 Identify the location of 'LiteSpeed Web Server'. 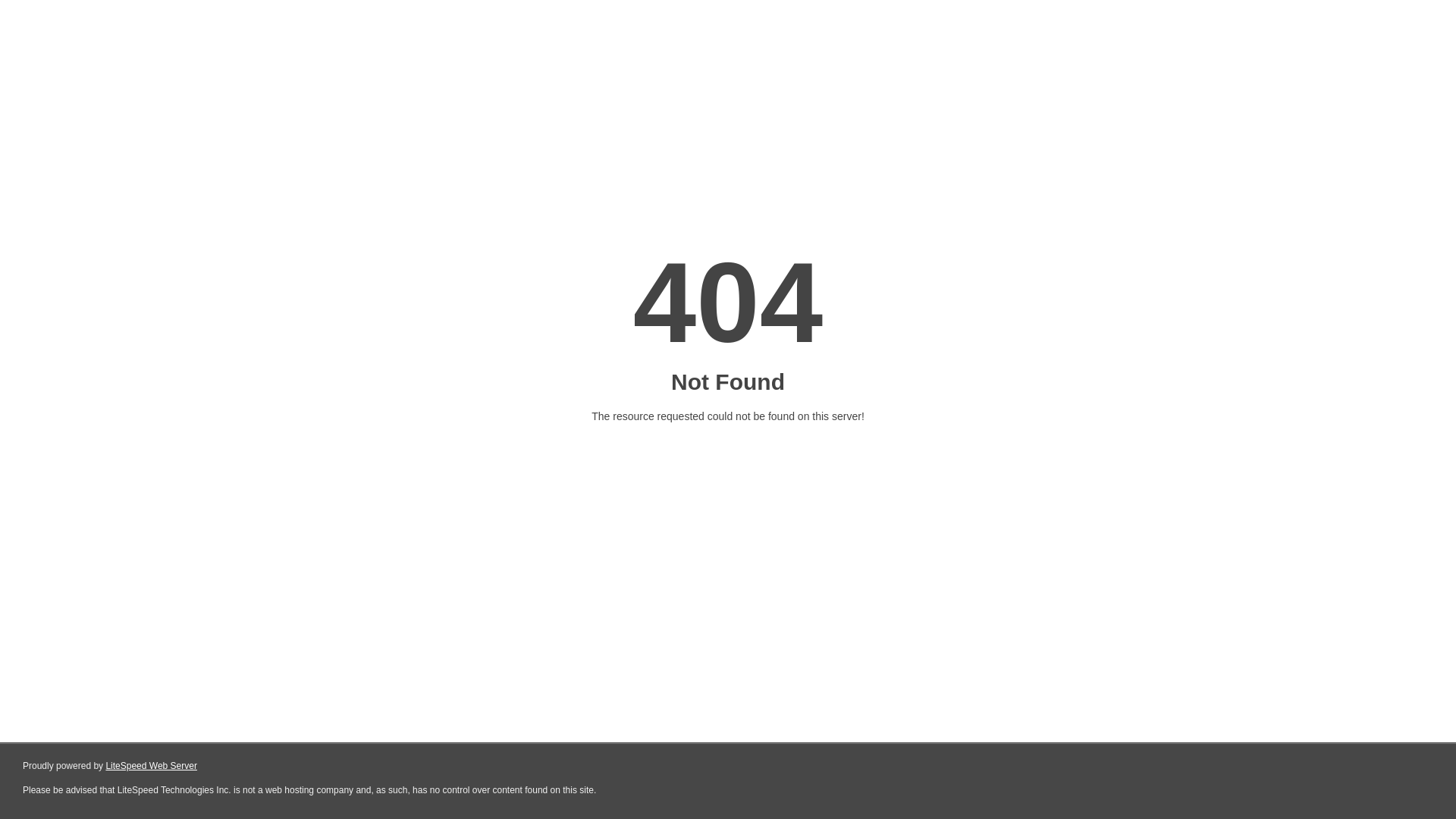
(151, 766).